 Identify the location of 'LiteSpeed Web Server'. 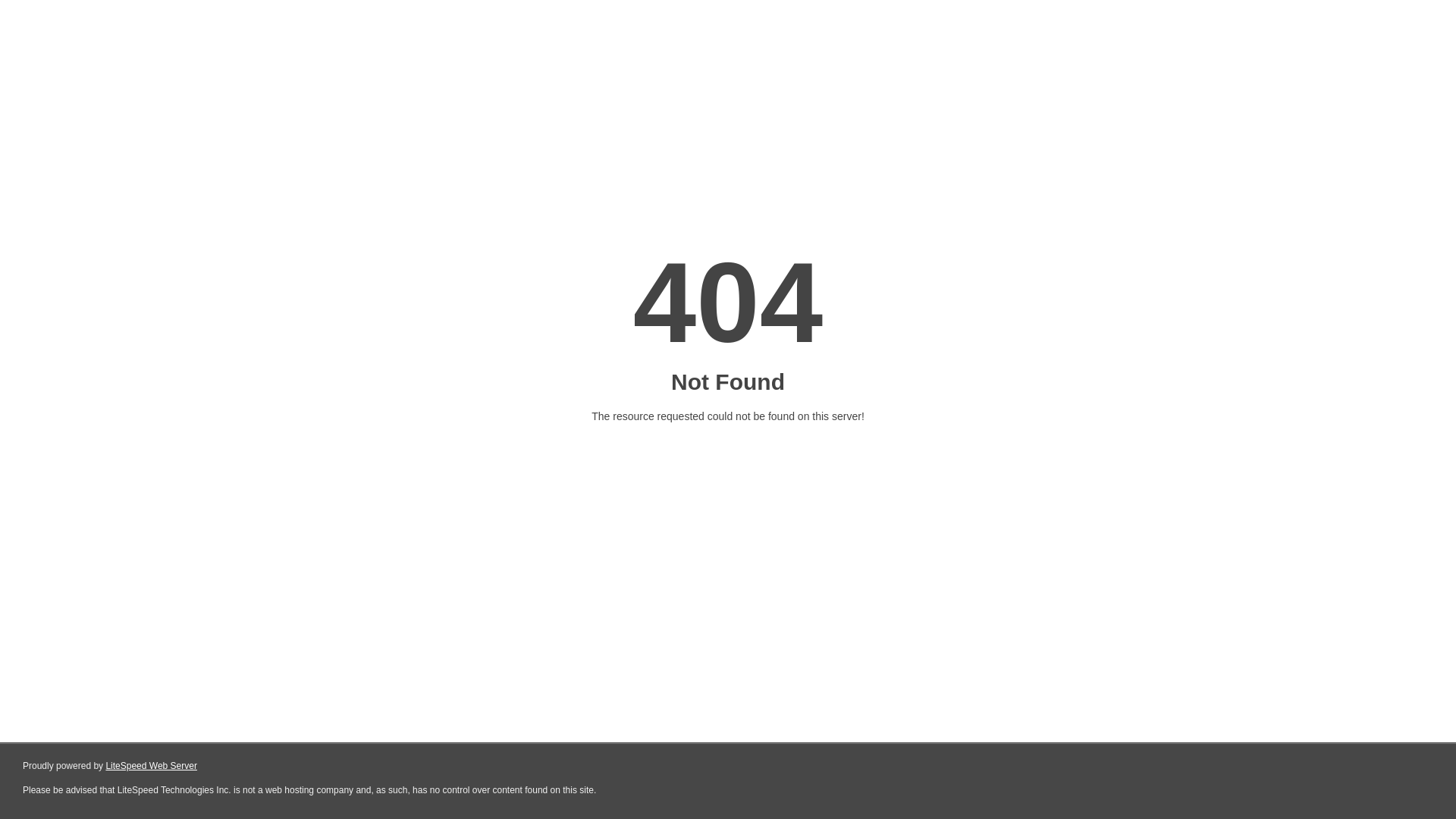
(151, 766).